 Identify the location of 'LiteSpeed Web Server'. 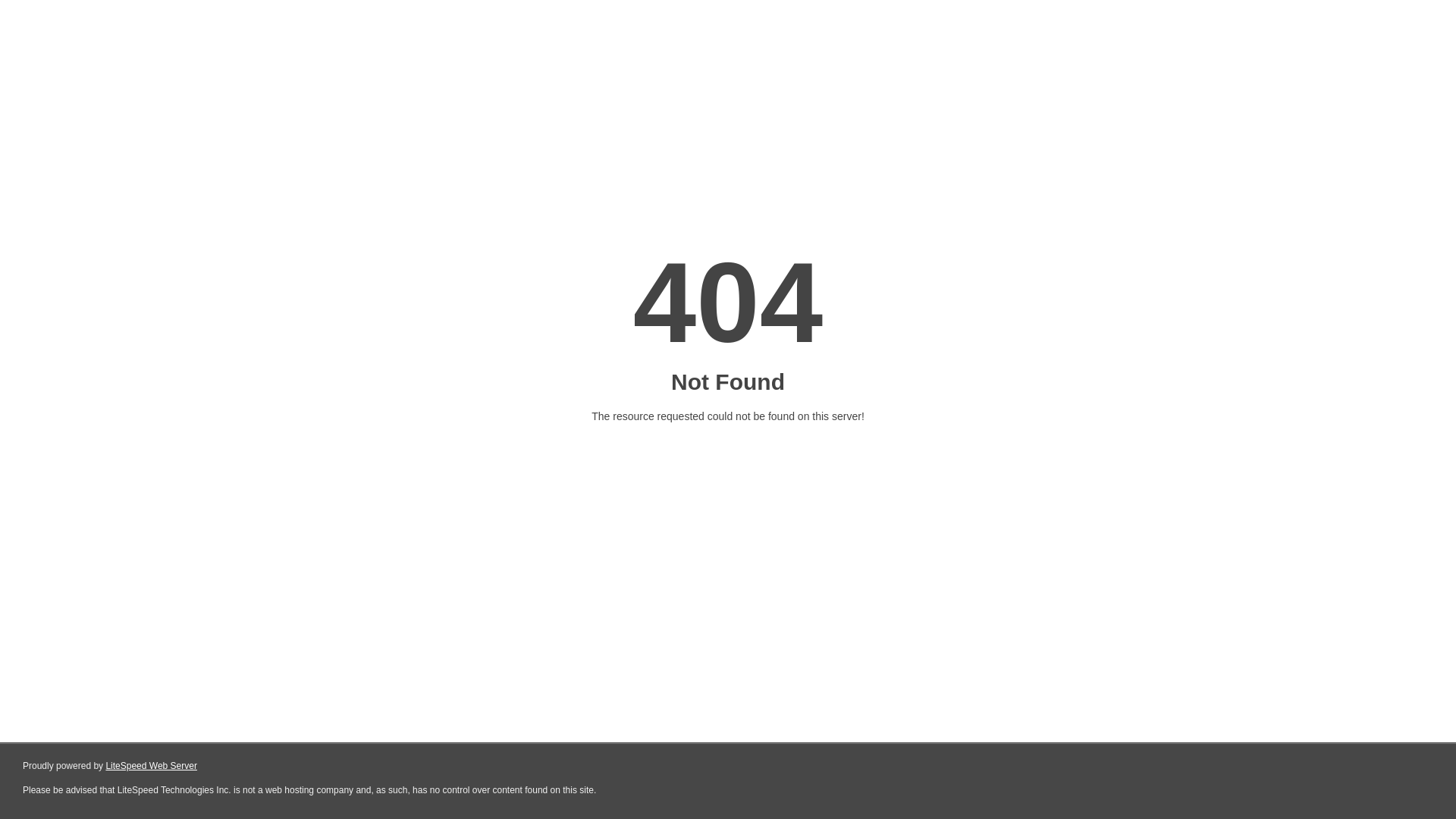
(151, 766).